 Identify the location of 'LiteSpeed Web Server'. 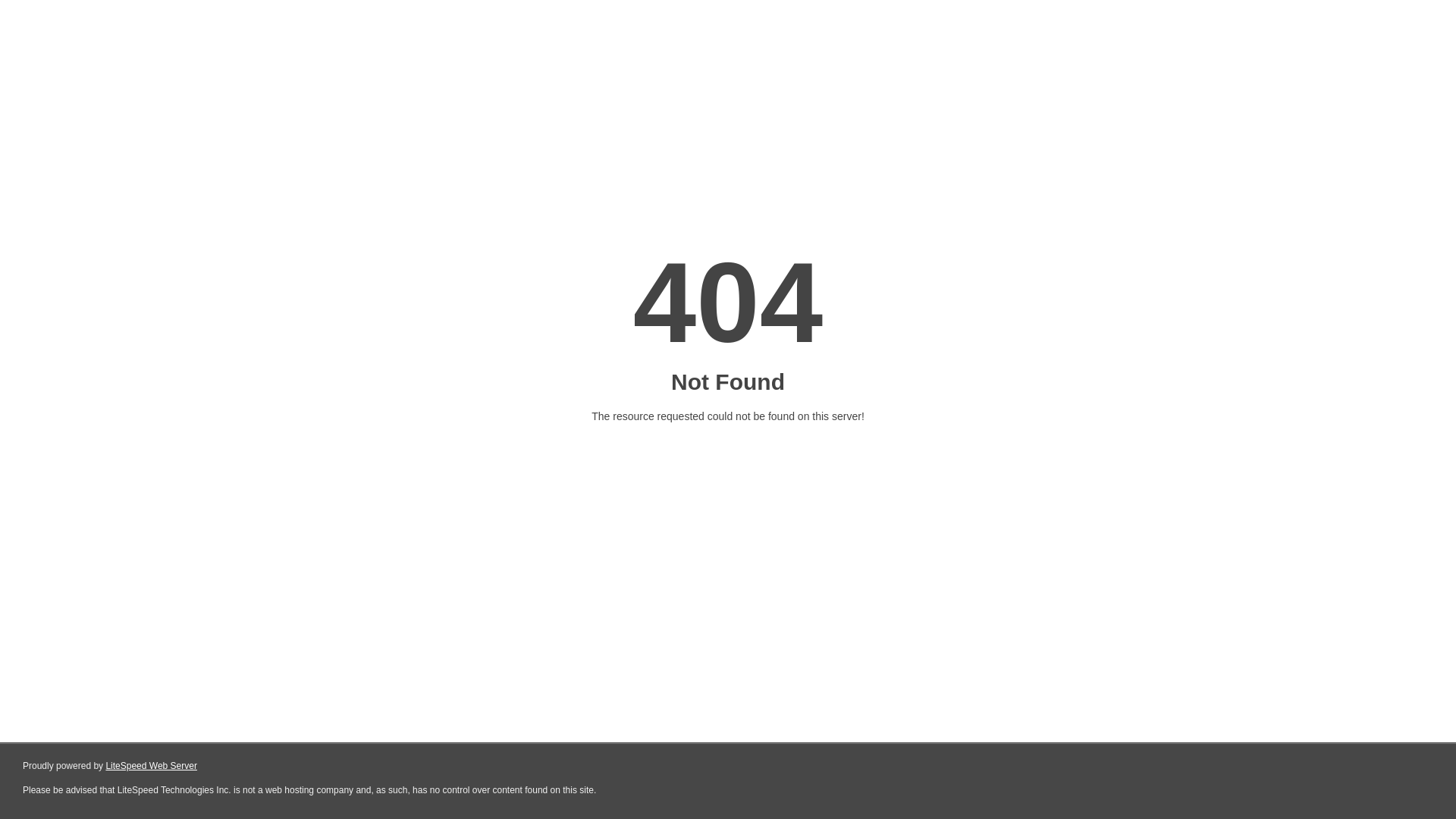
(151, 766).